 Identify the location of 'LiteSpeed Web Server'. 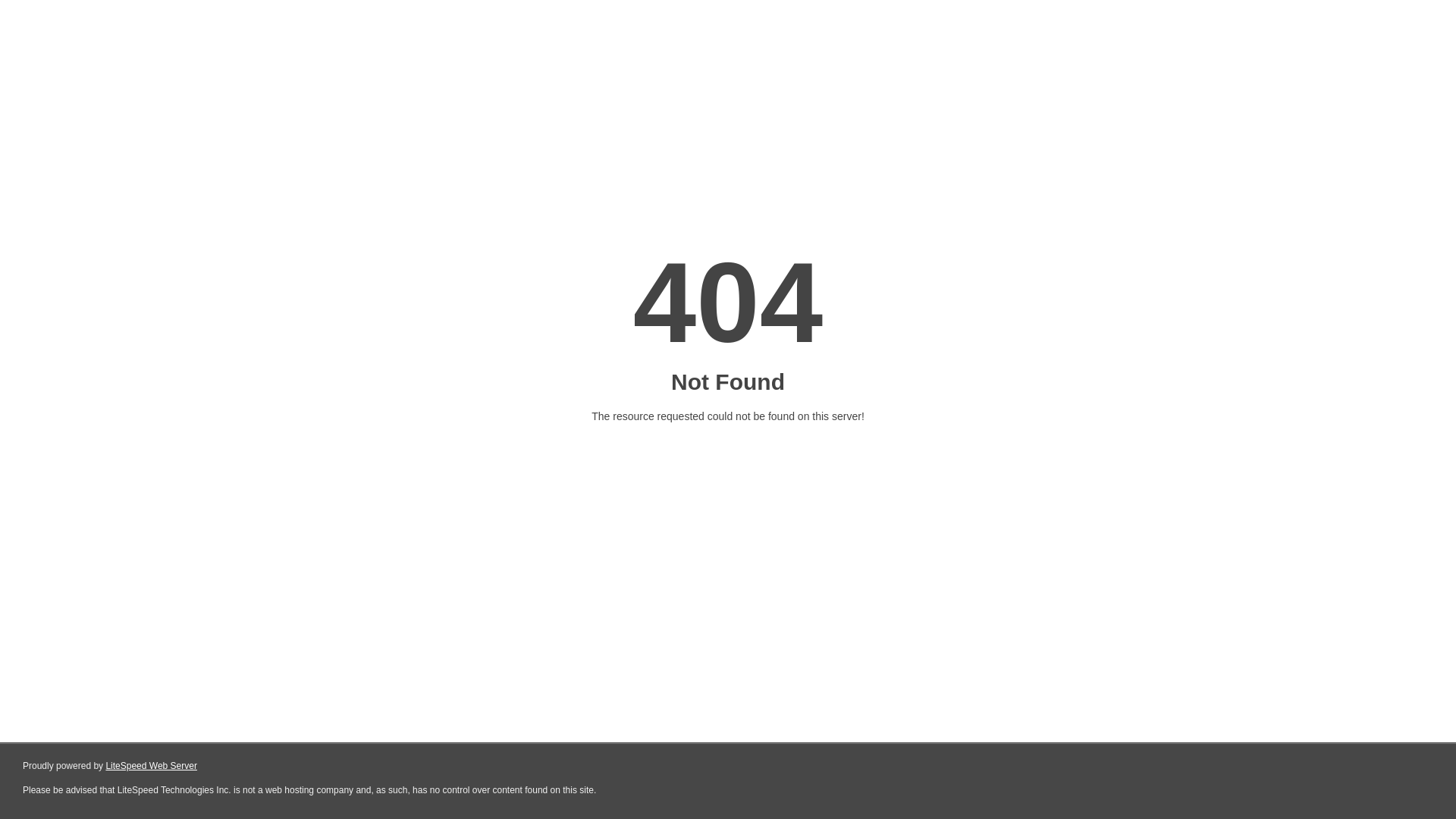
(151, 766).